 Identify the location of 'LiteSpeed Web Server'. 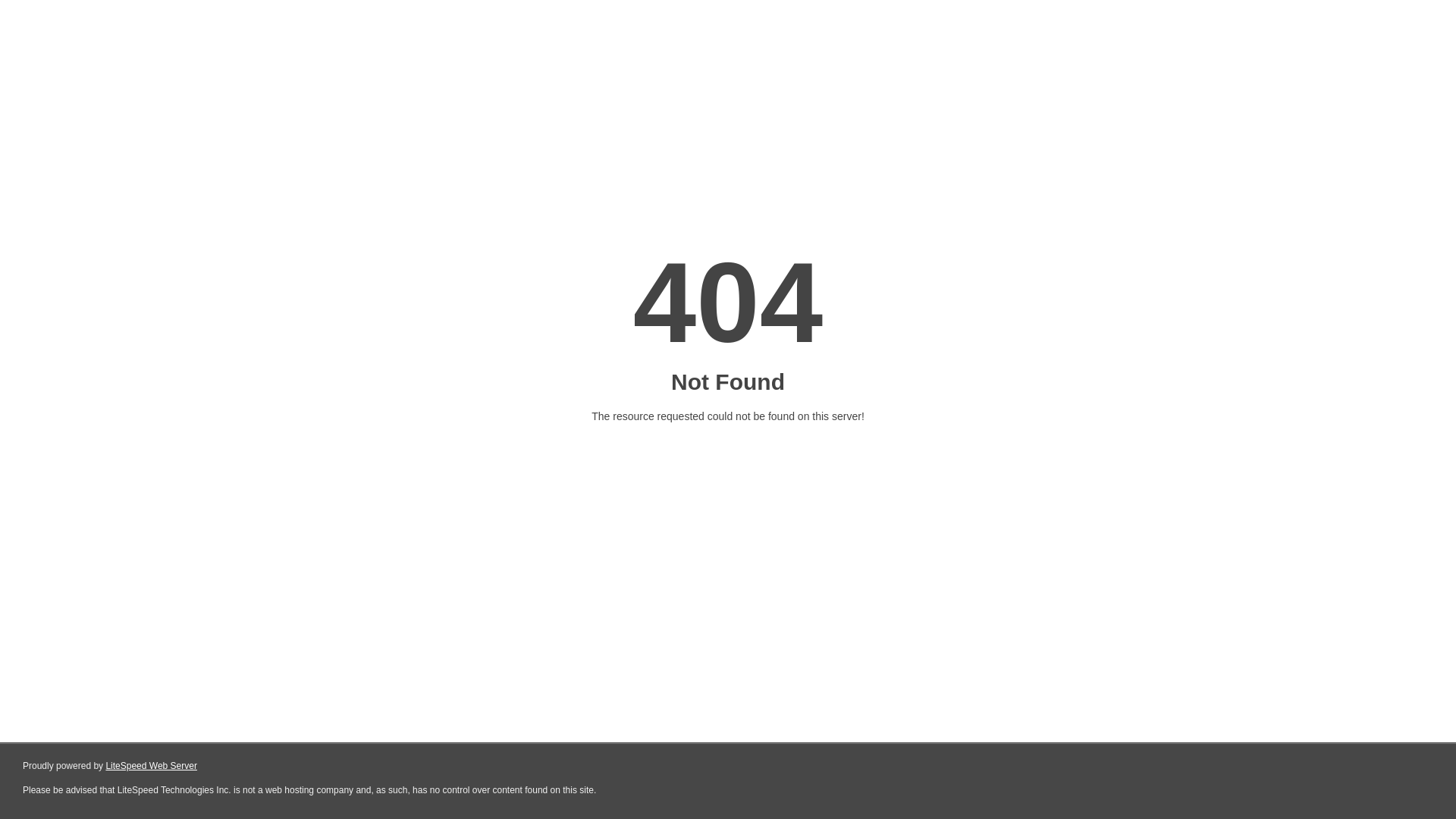
(151, 766).